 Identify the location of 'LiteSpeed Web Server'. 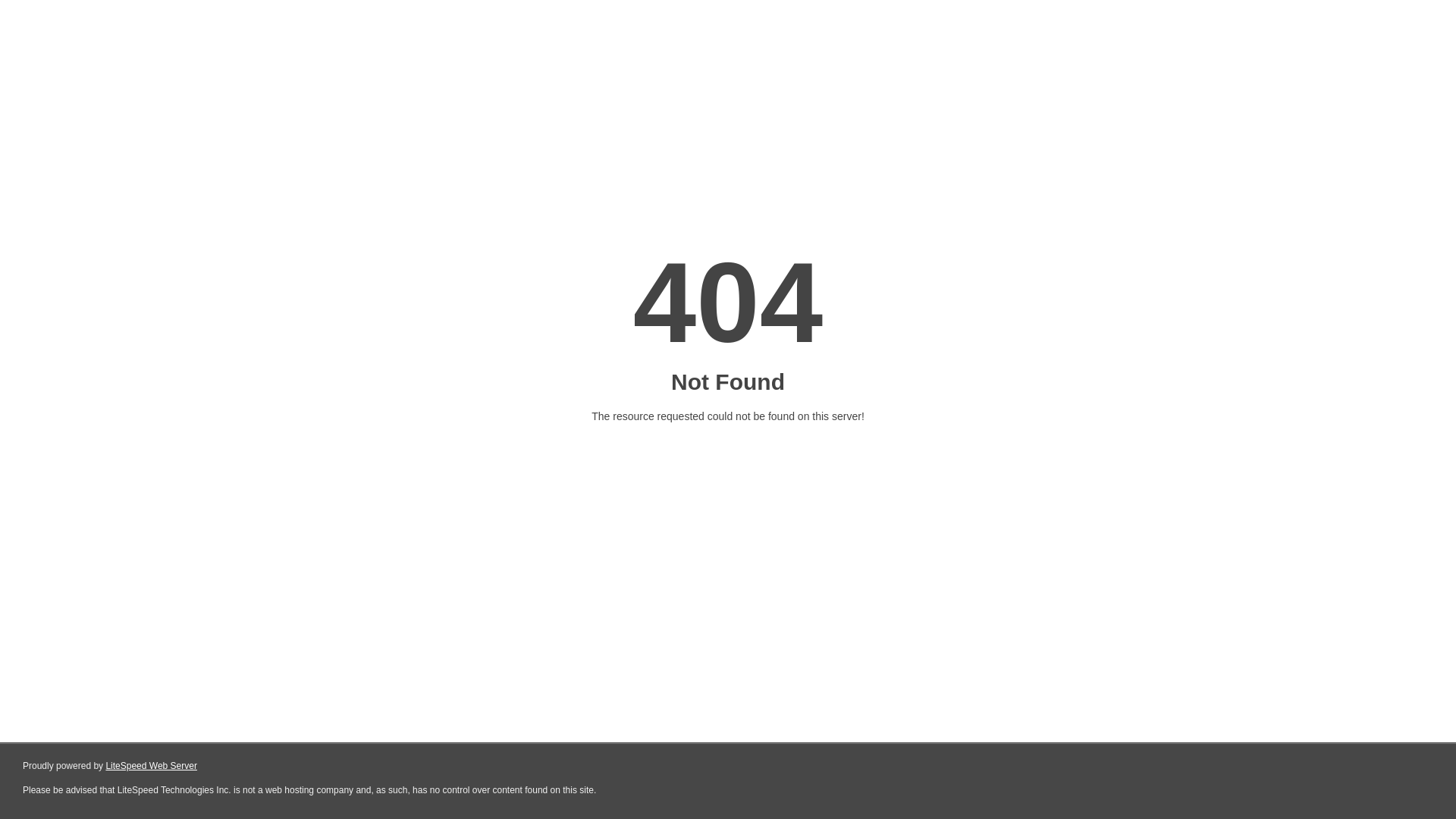
(151, 766).